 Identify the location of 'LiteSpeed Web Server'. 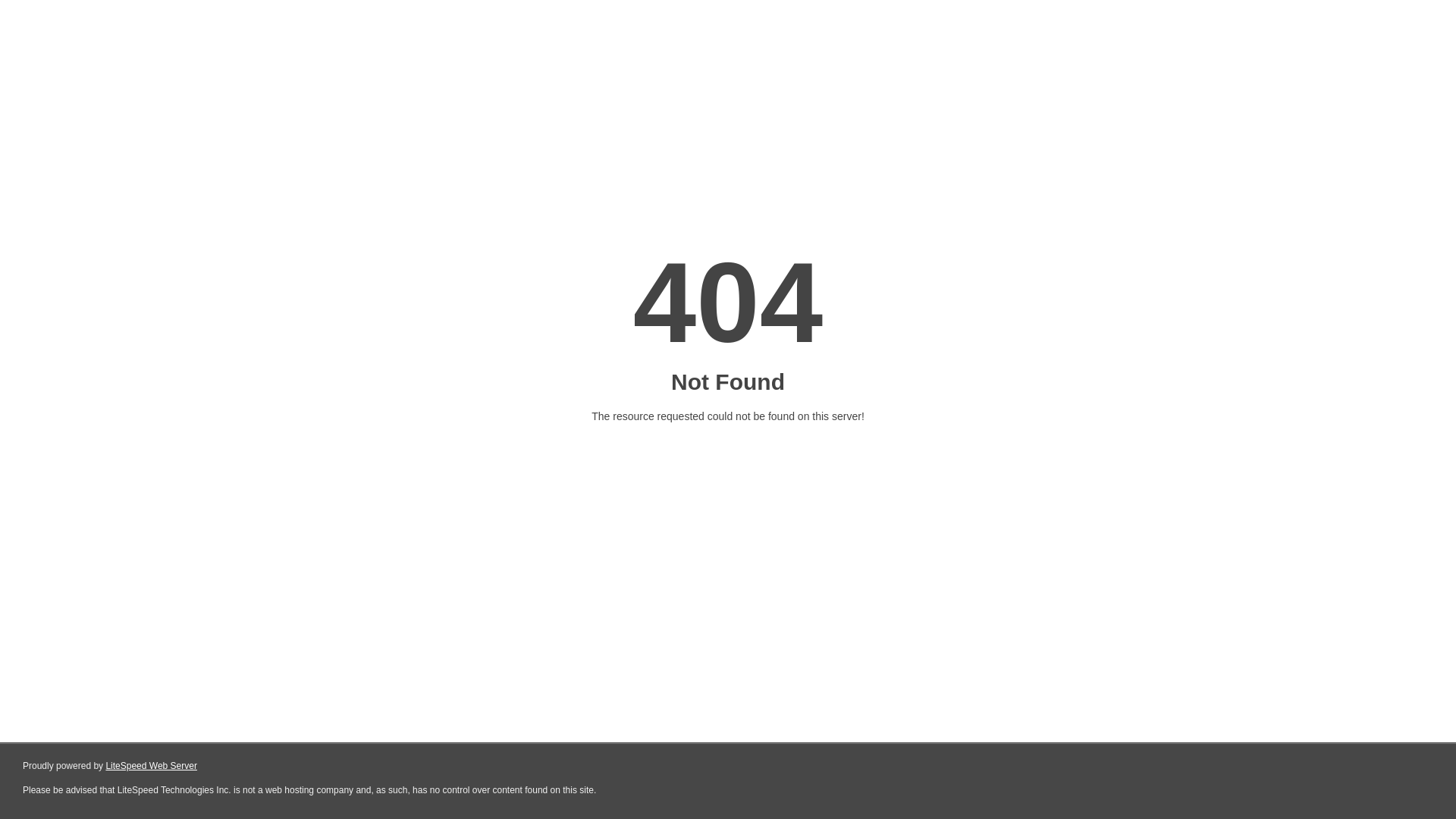
(151, 766).